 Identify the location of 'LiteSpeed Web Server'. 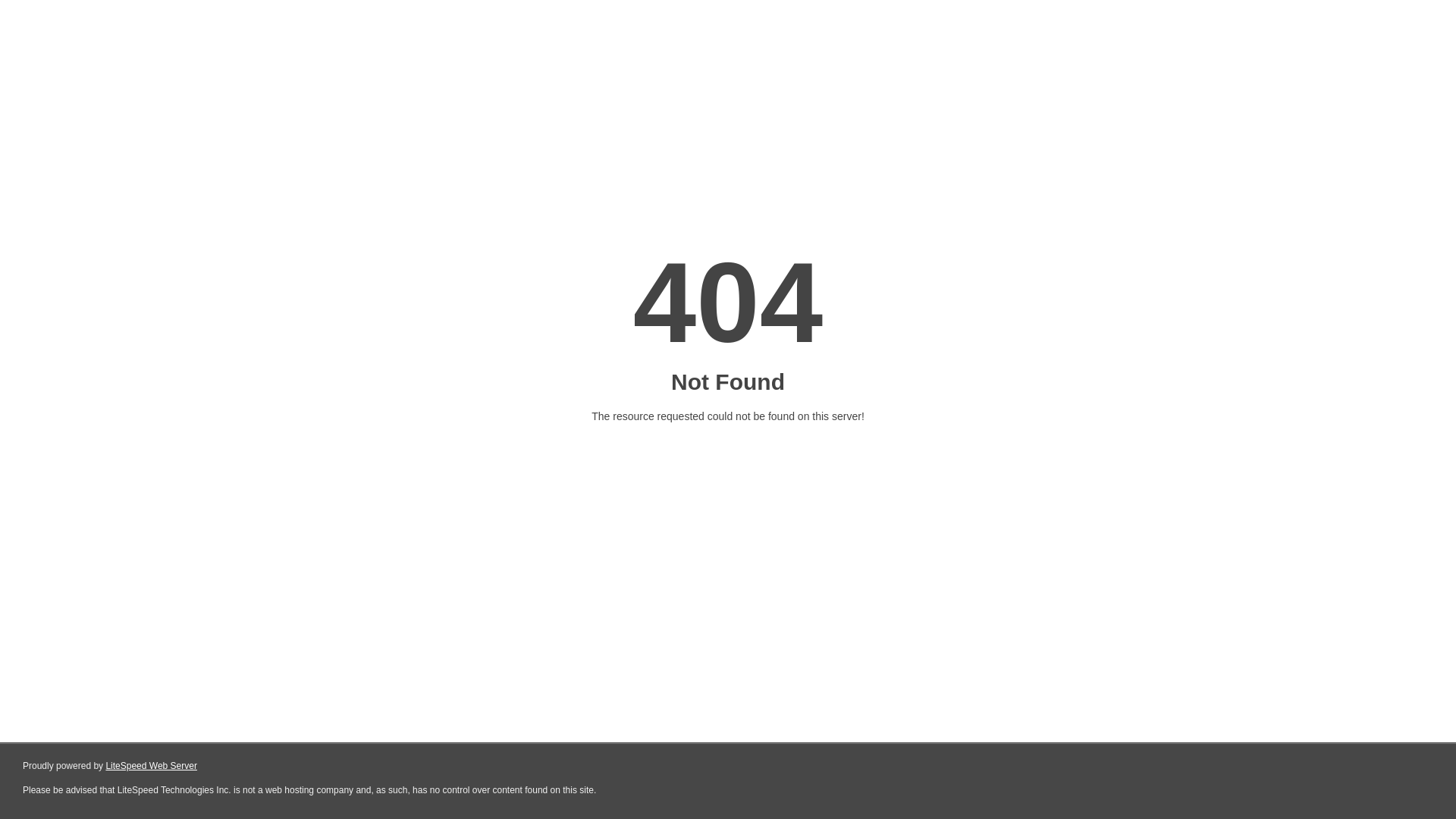
(151, 766).